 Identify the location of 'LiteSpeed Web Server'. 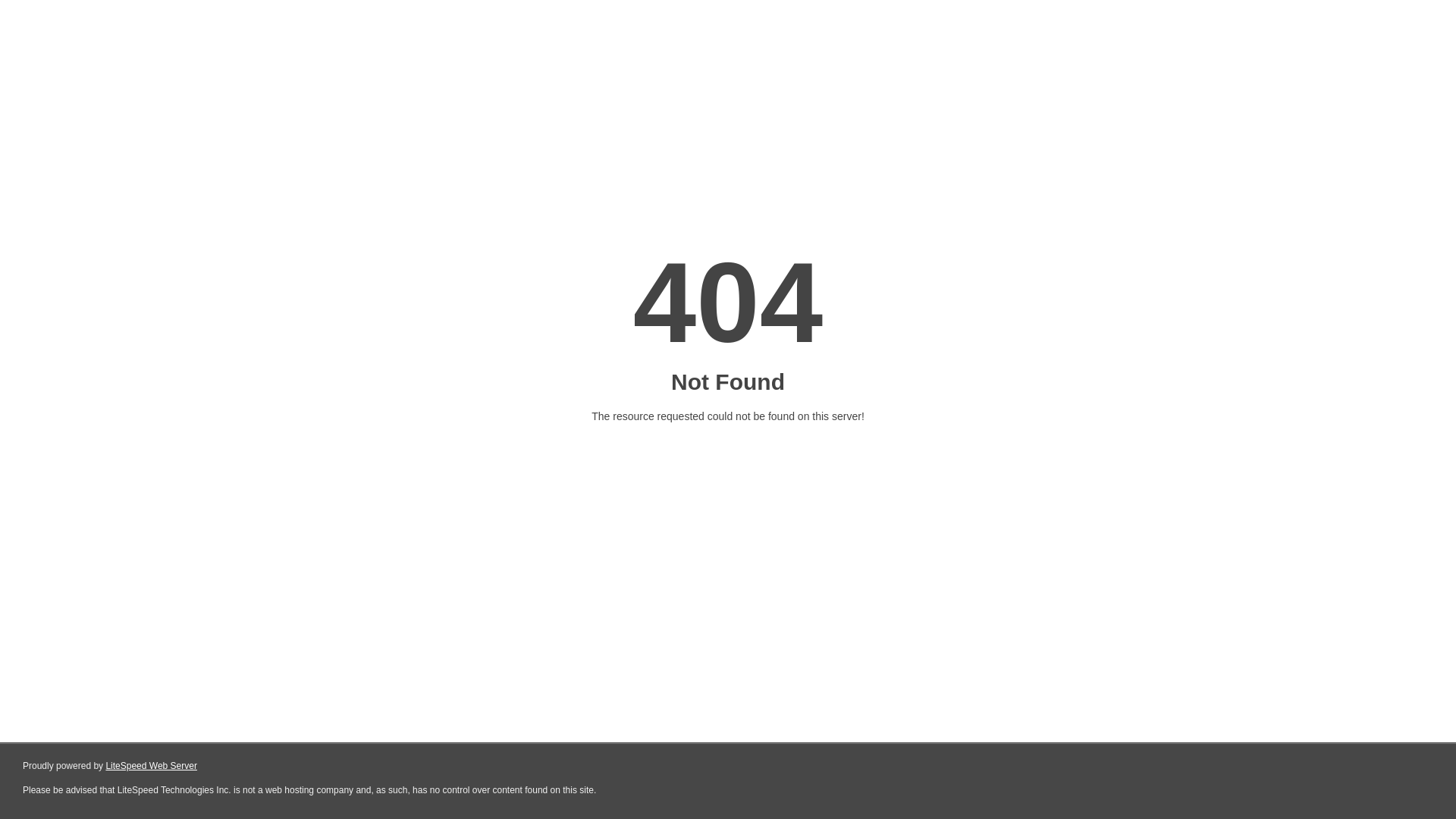
(151, 766).